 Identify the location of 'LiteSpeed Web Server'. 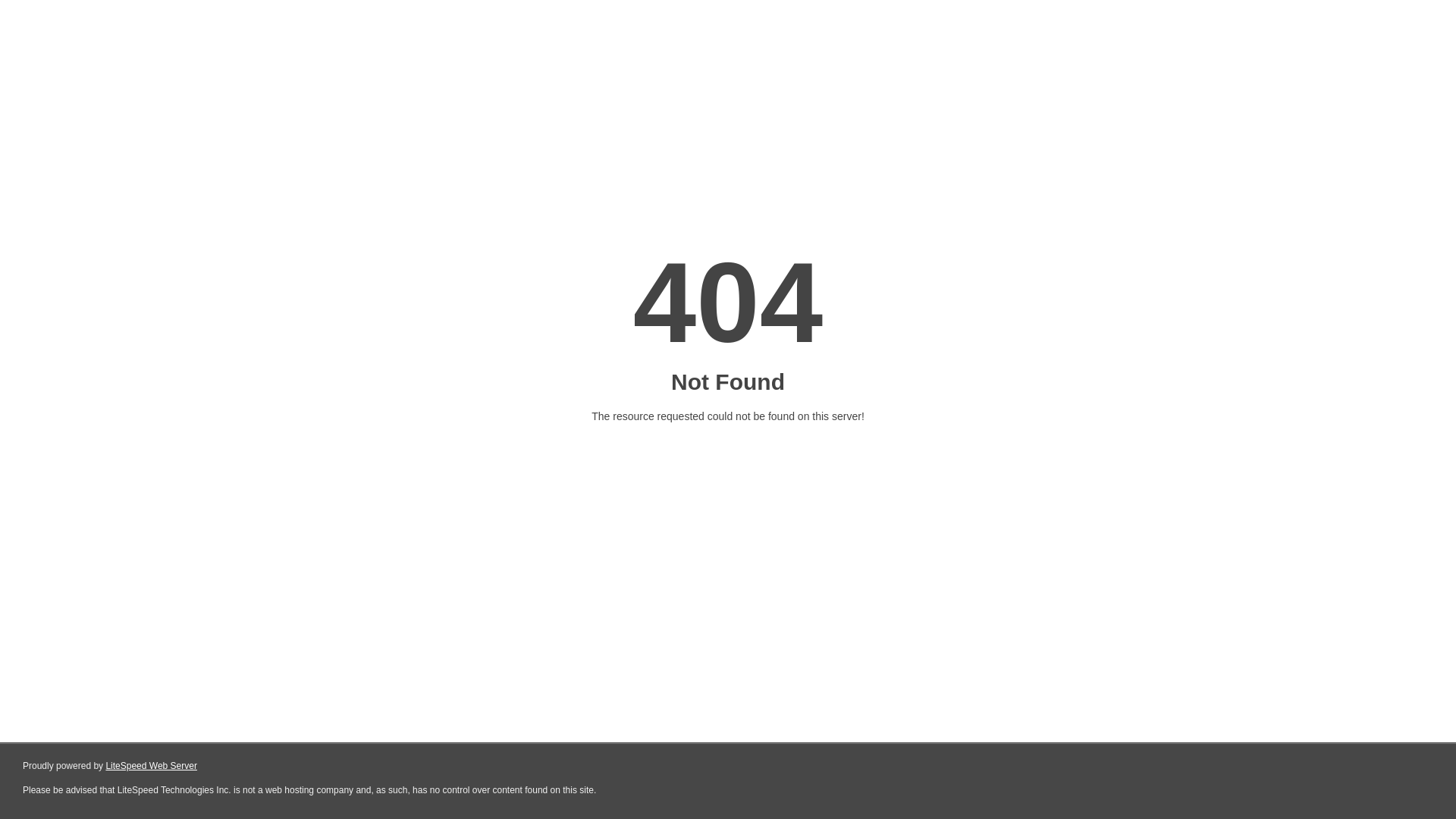
(151, 766).